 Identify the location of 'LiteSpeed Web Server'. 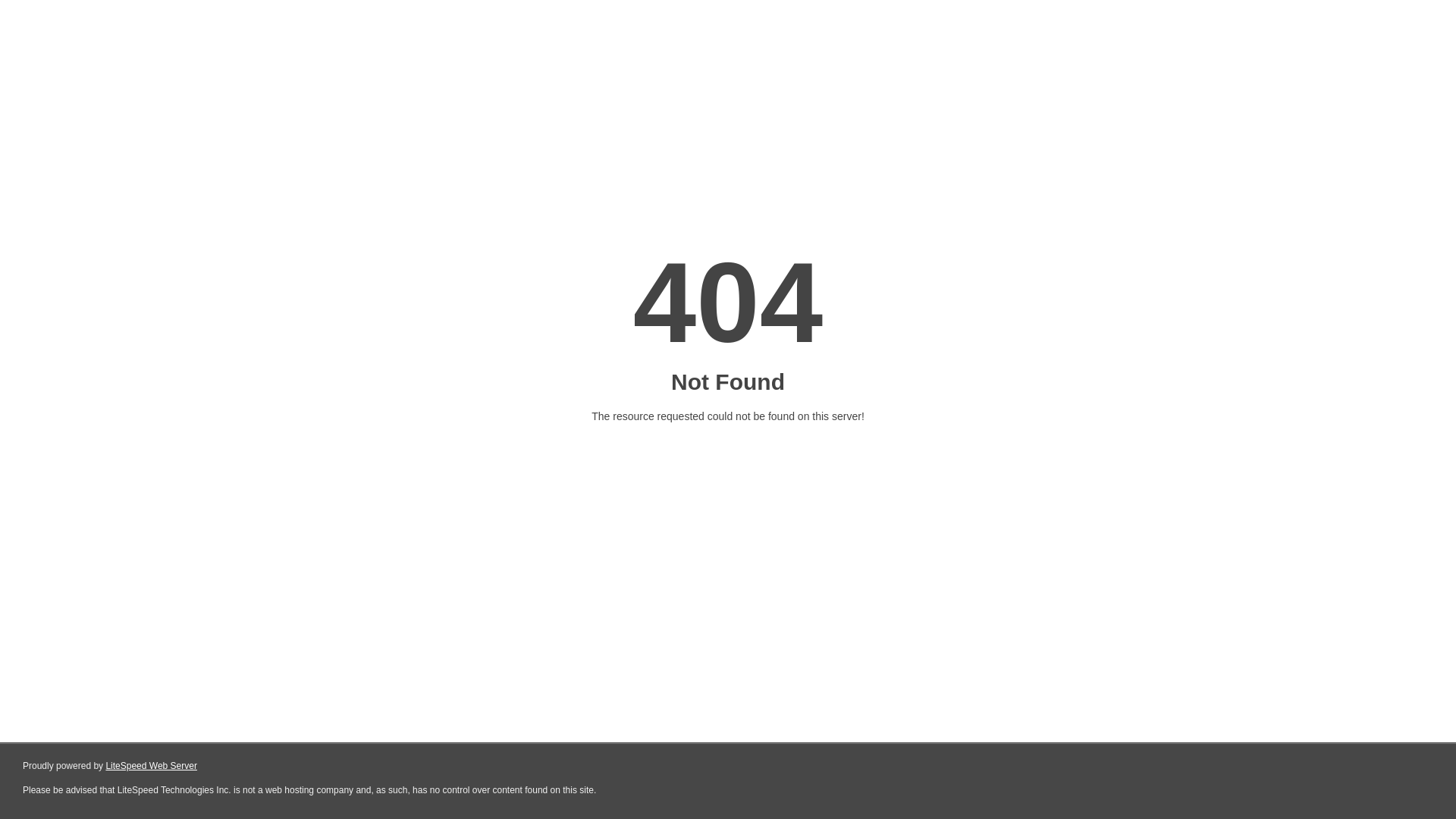
(151, 766).